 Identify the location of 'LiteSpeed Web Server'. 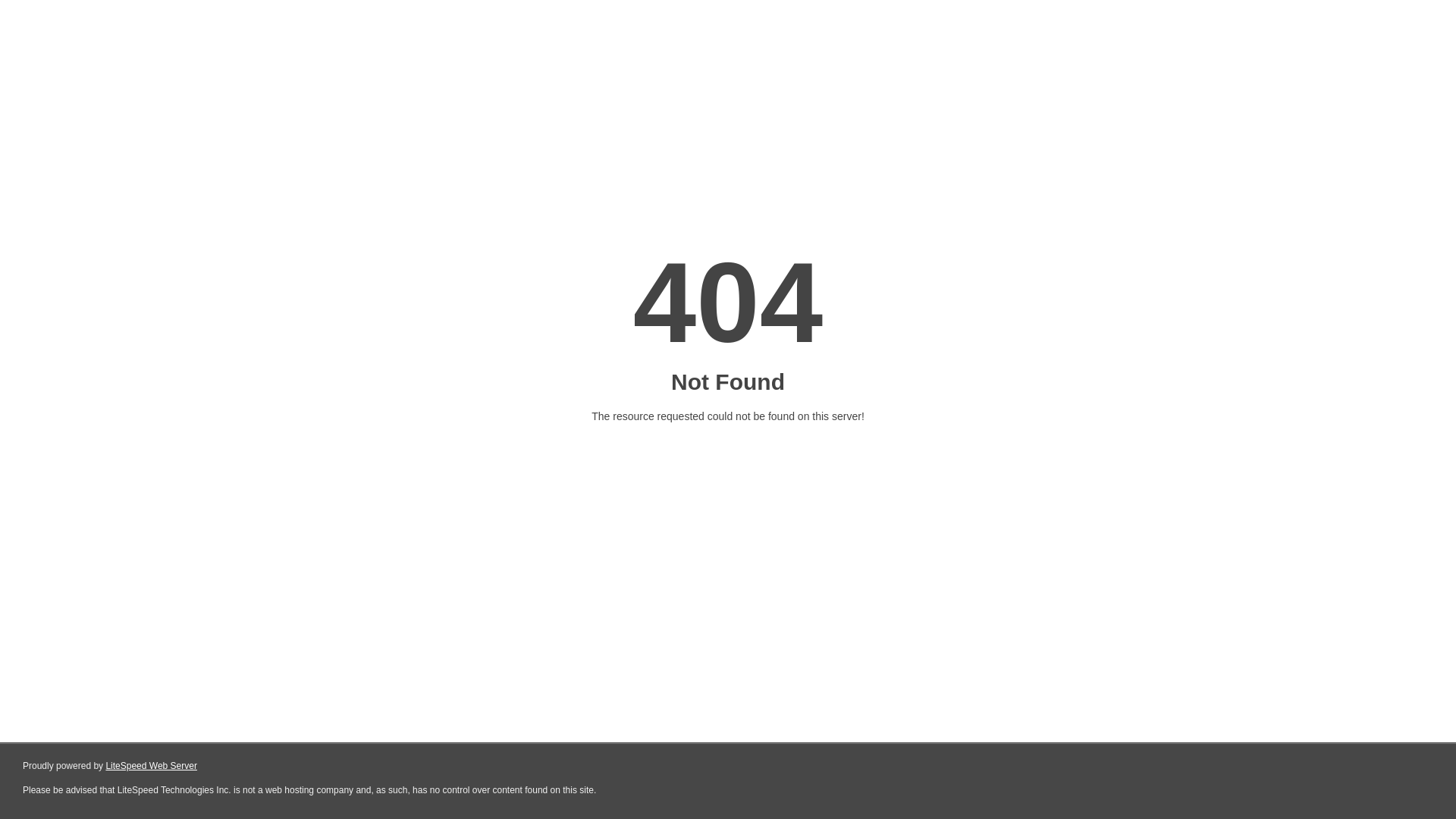
(151, 766).